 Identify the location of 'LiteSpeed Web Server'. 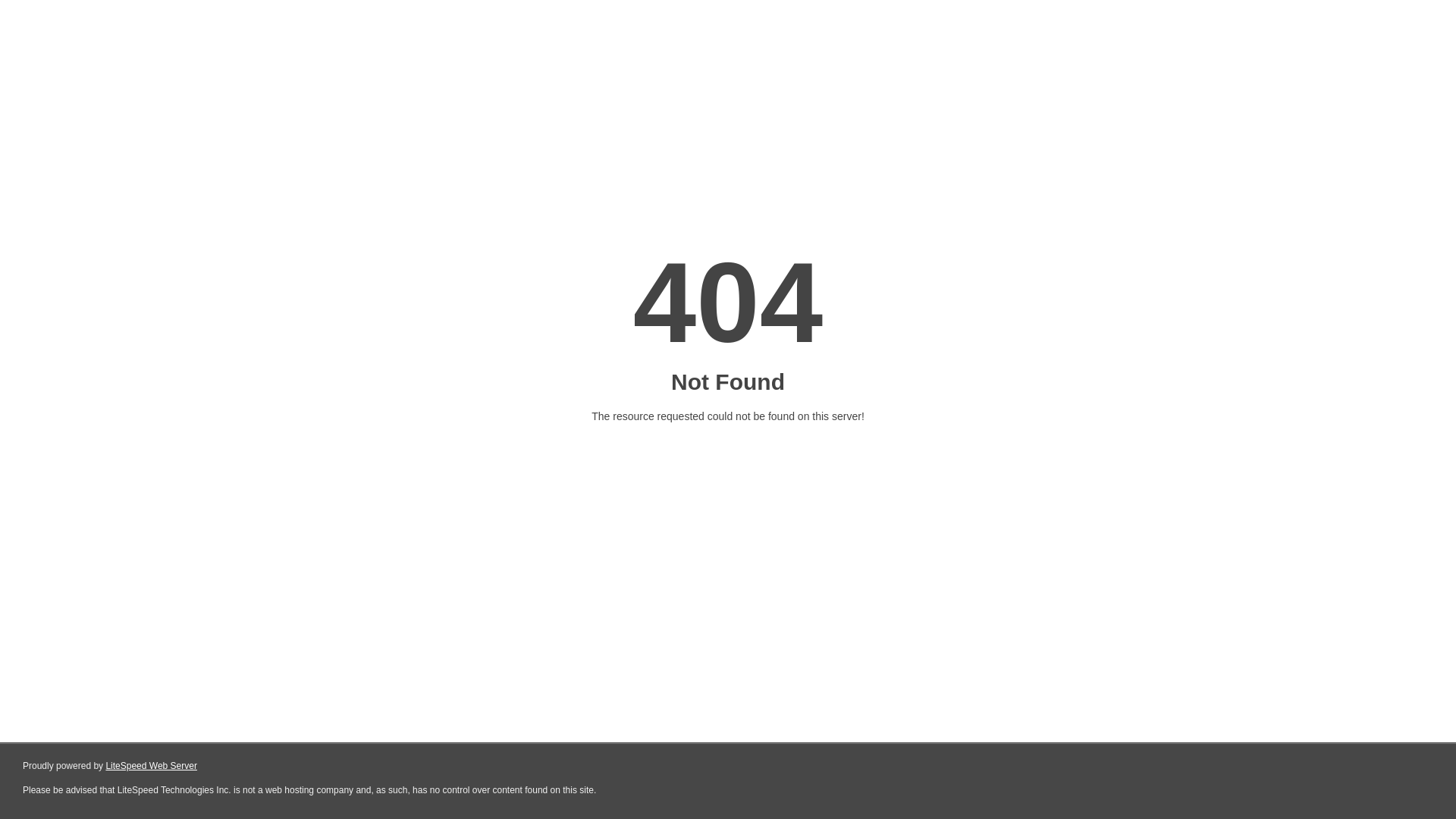
(151, 766).